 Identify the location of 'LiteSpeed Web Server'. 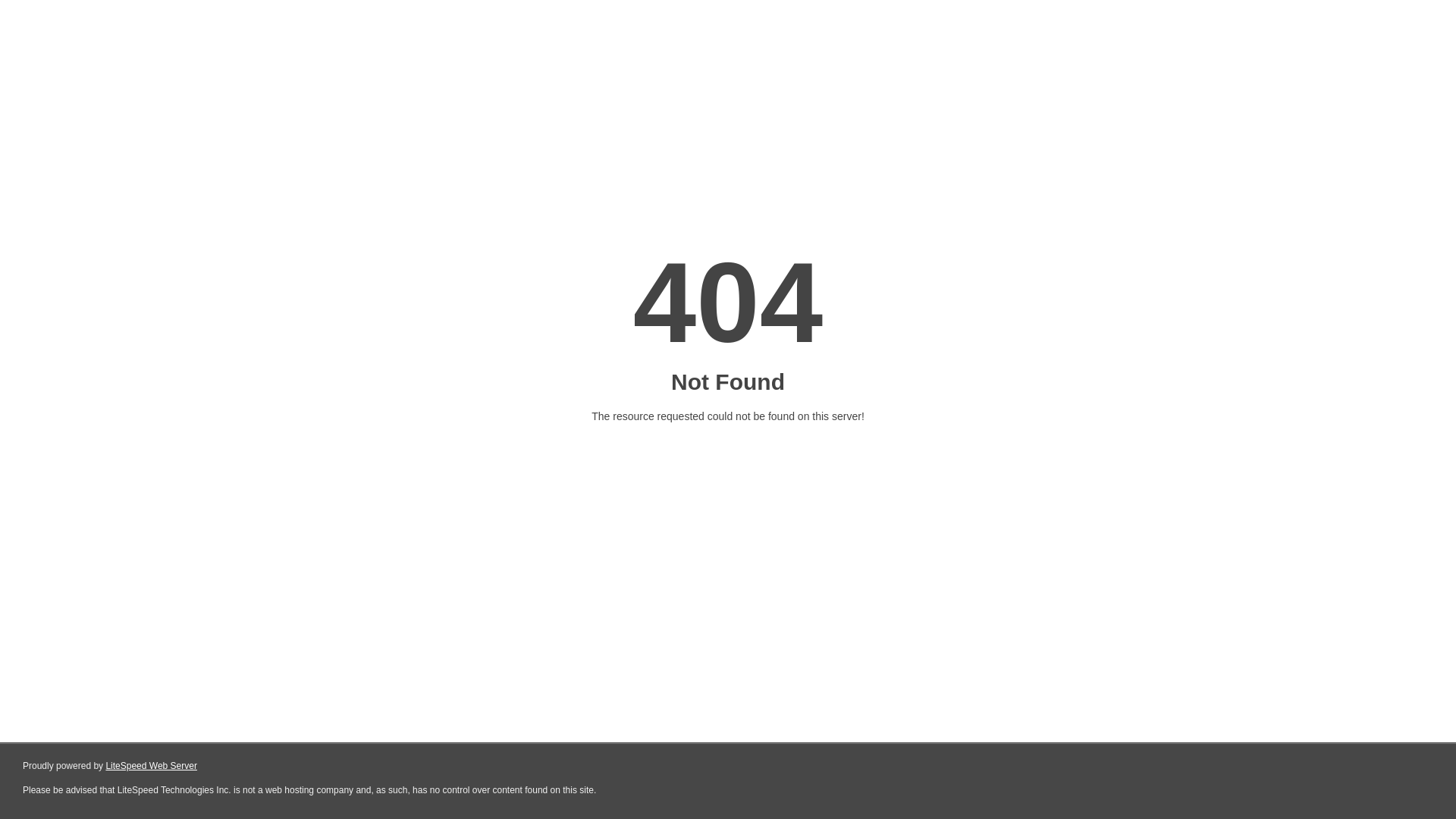
(151, 766).